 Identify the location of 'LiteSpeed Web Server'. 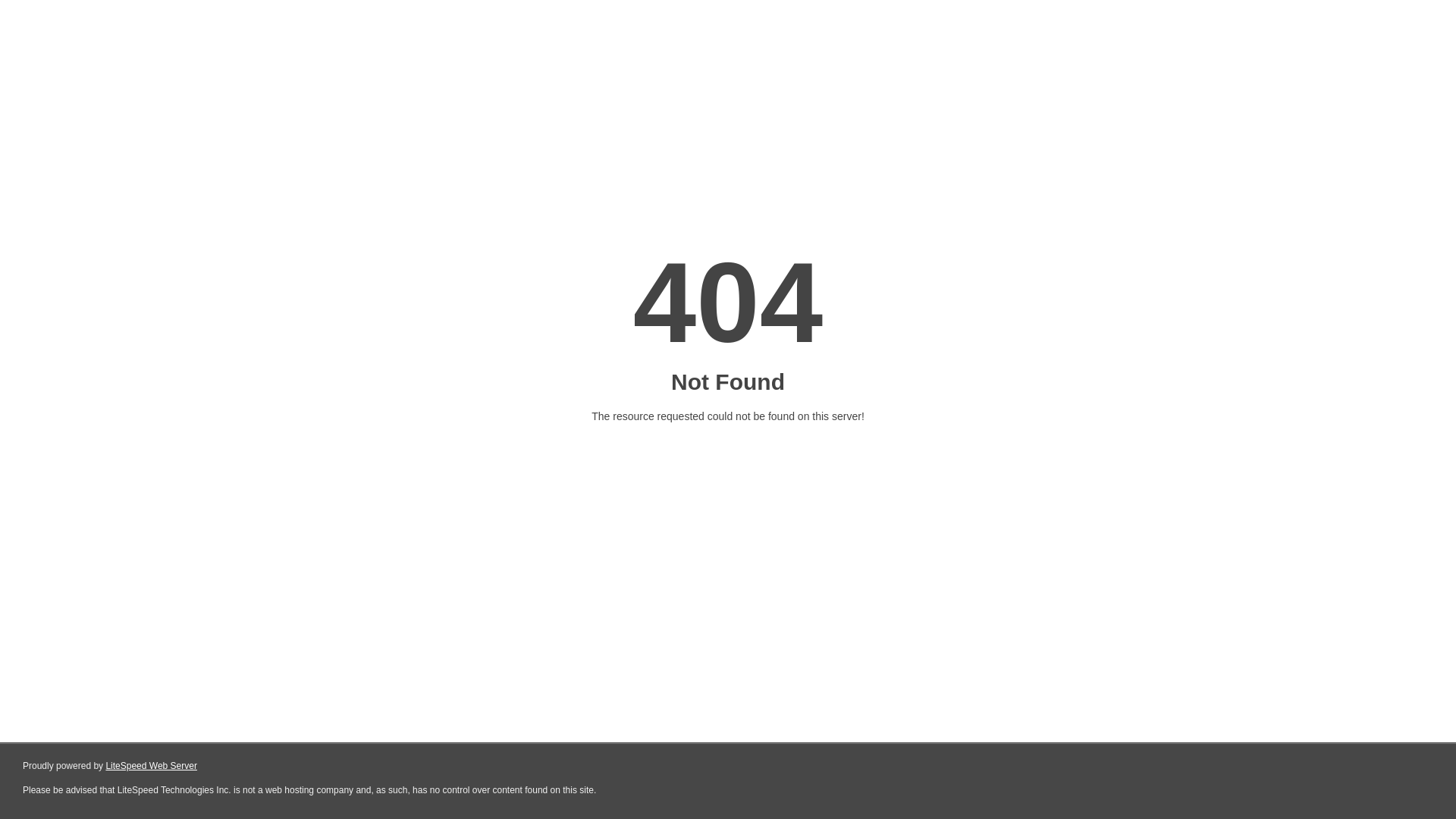
(151, 766).